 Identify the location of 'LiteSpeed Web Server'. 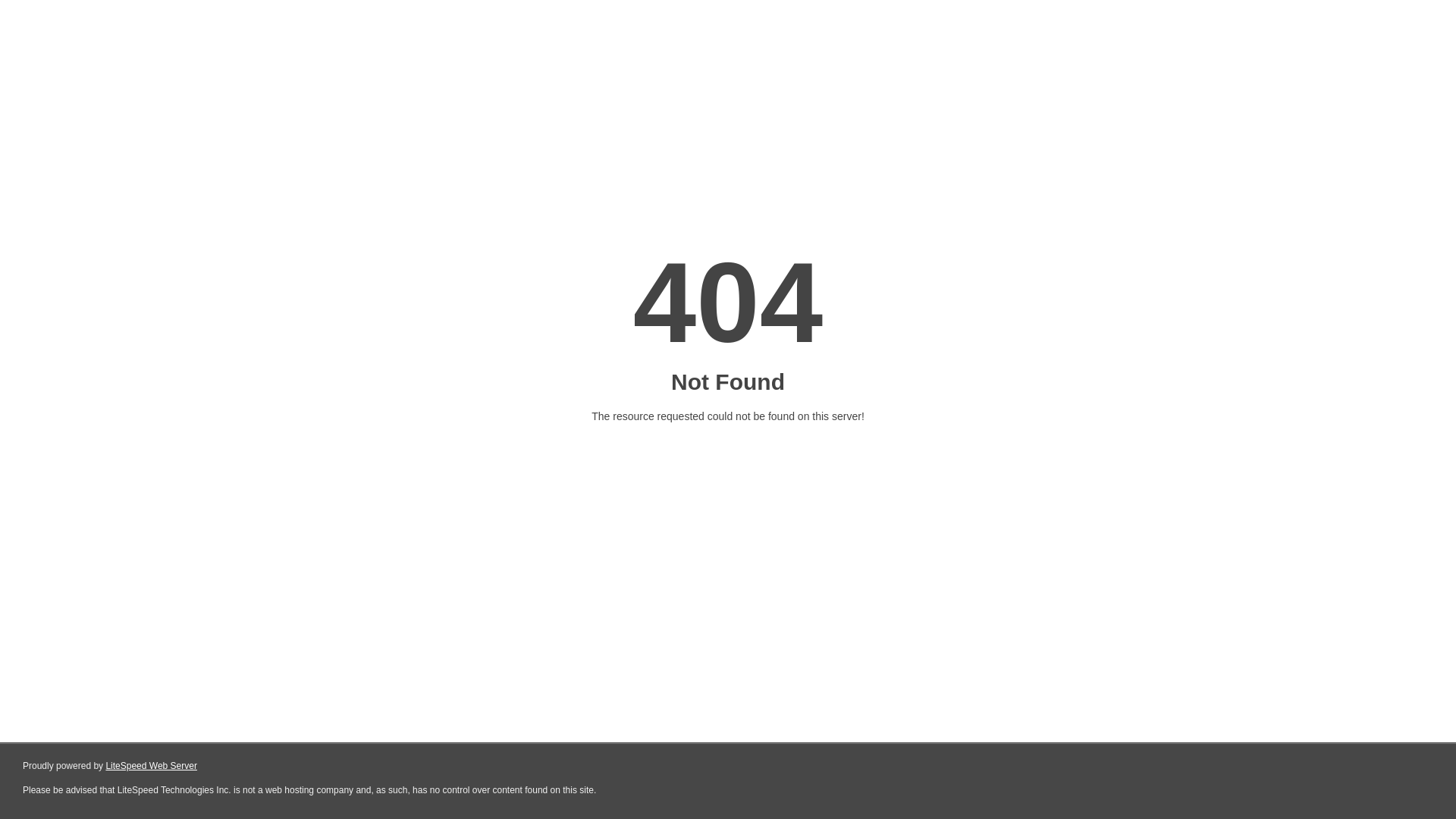
(151, 766).